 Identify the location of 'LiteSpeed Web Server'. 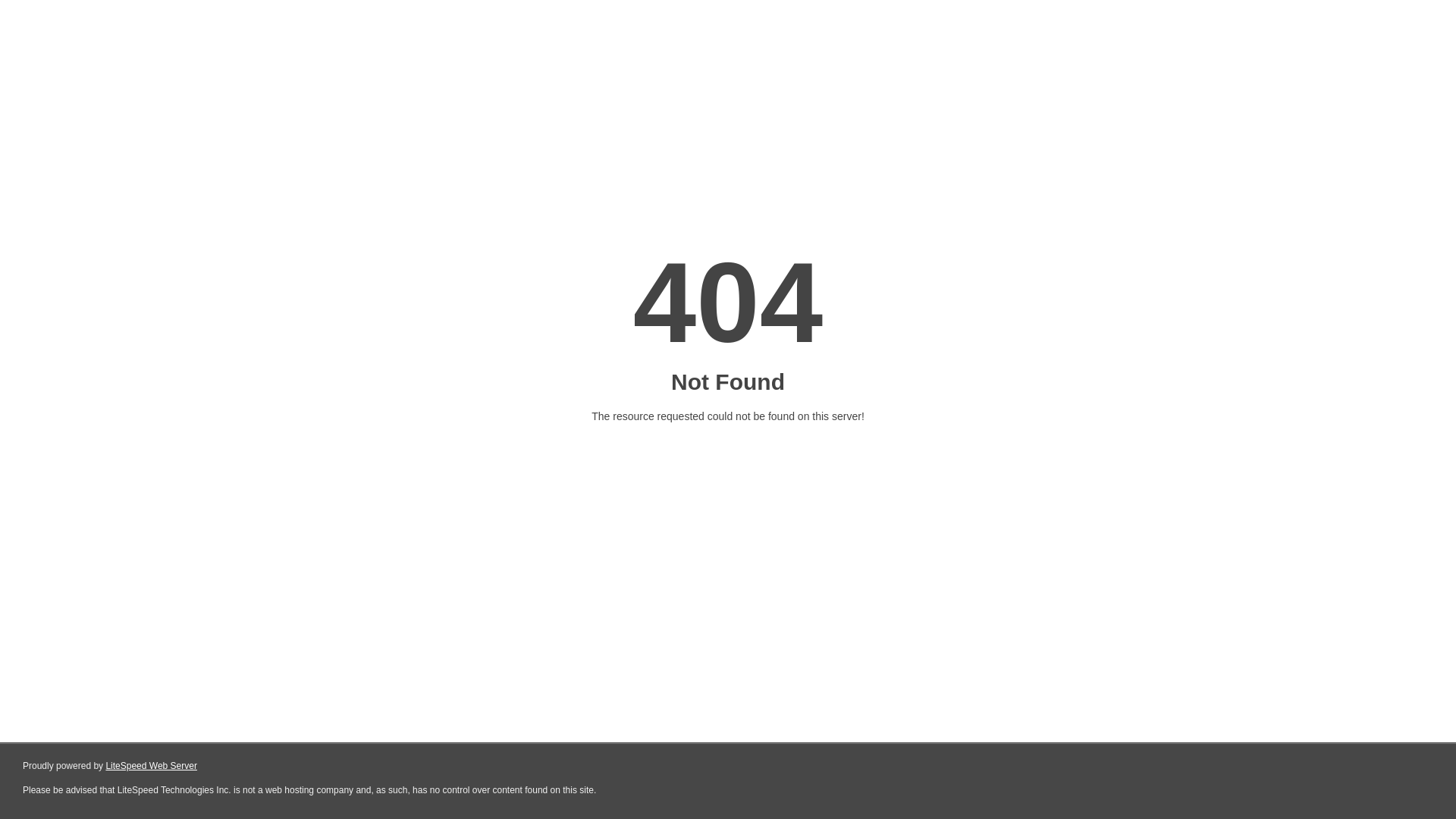
(151, 766).